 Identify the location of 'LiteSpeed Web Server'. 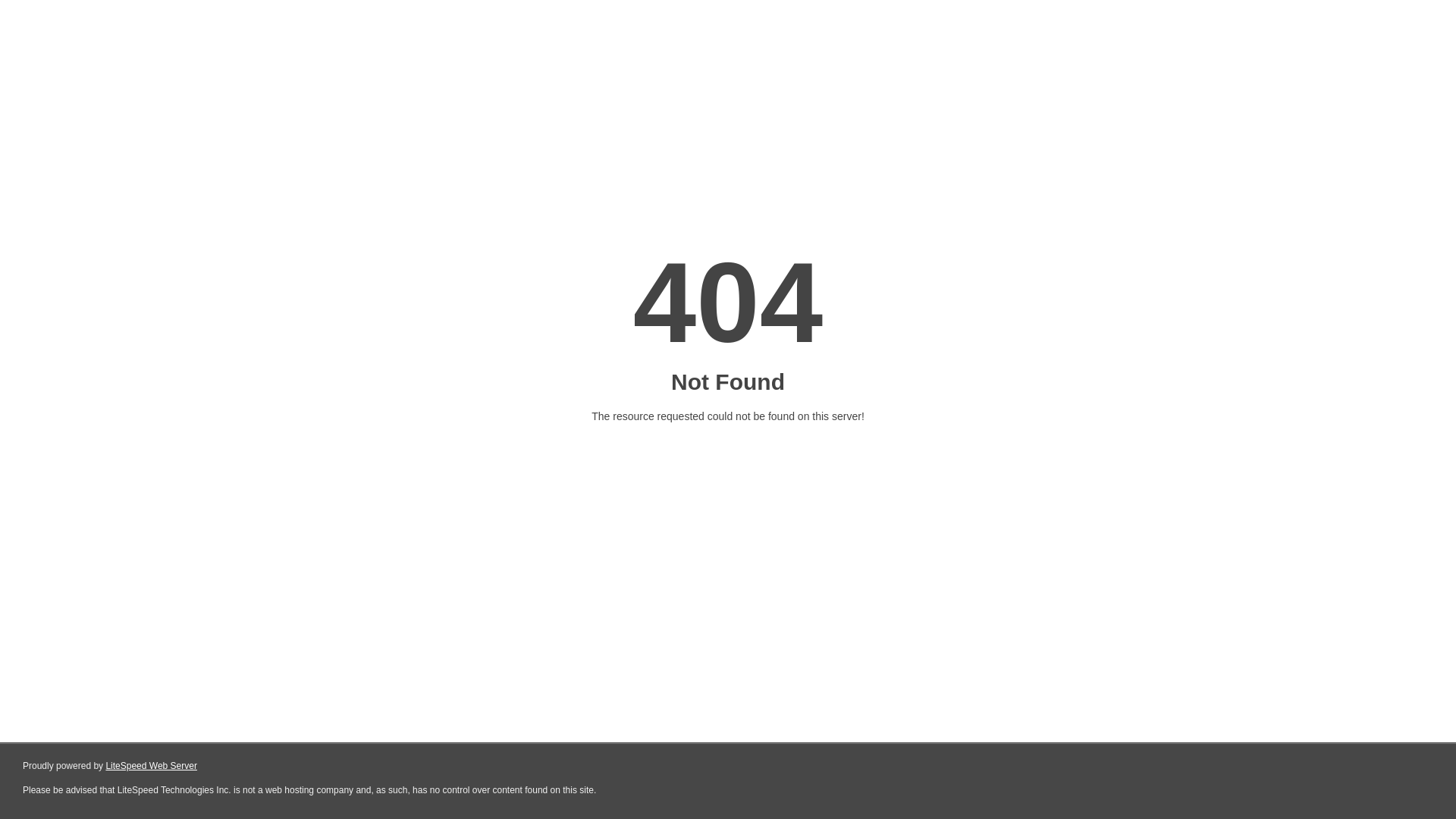
(151, 766).